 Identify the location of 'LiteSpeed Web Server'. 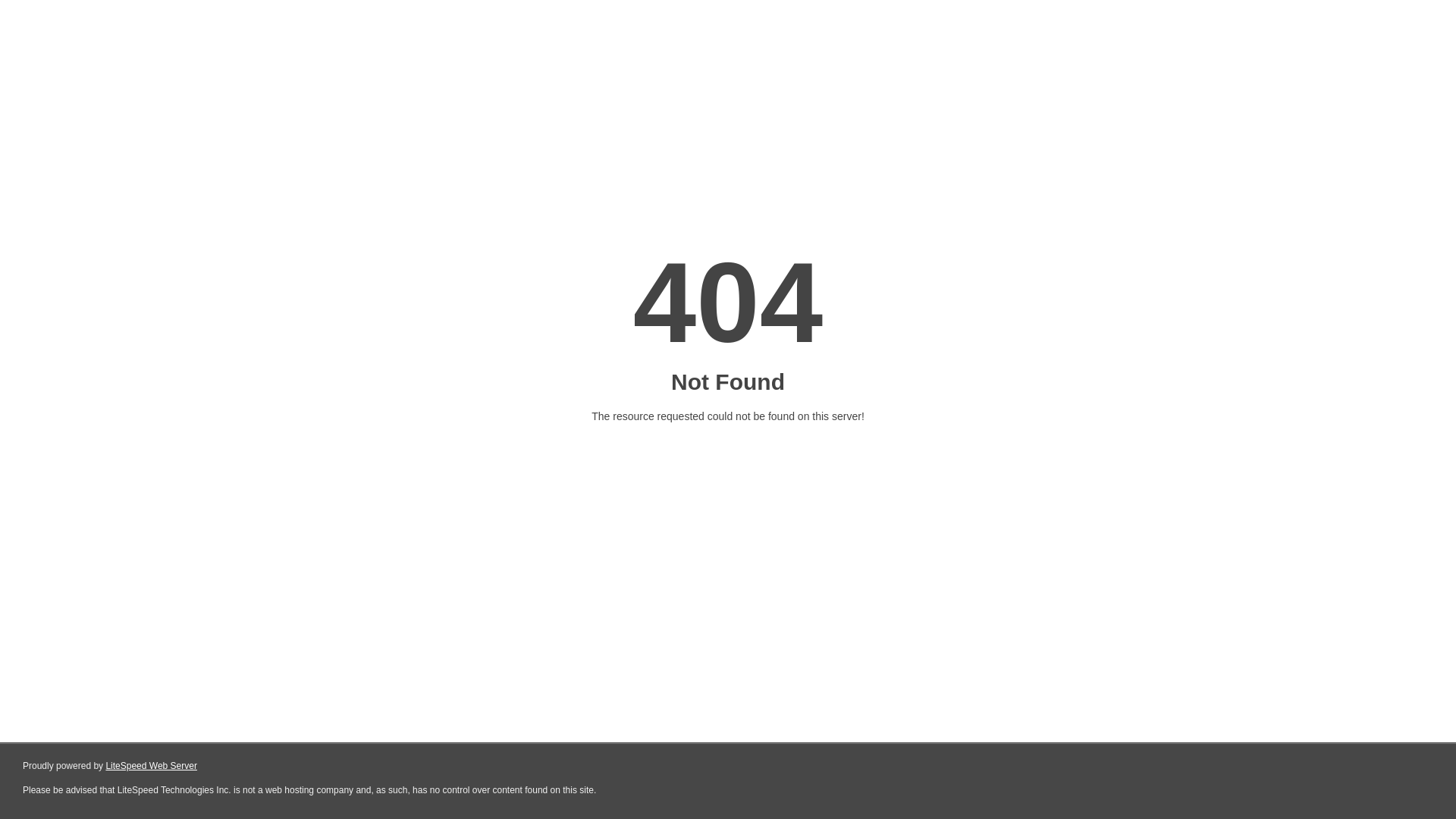
(151, 766).